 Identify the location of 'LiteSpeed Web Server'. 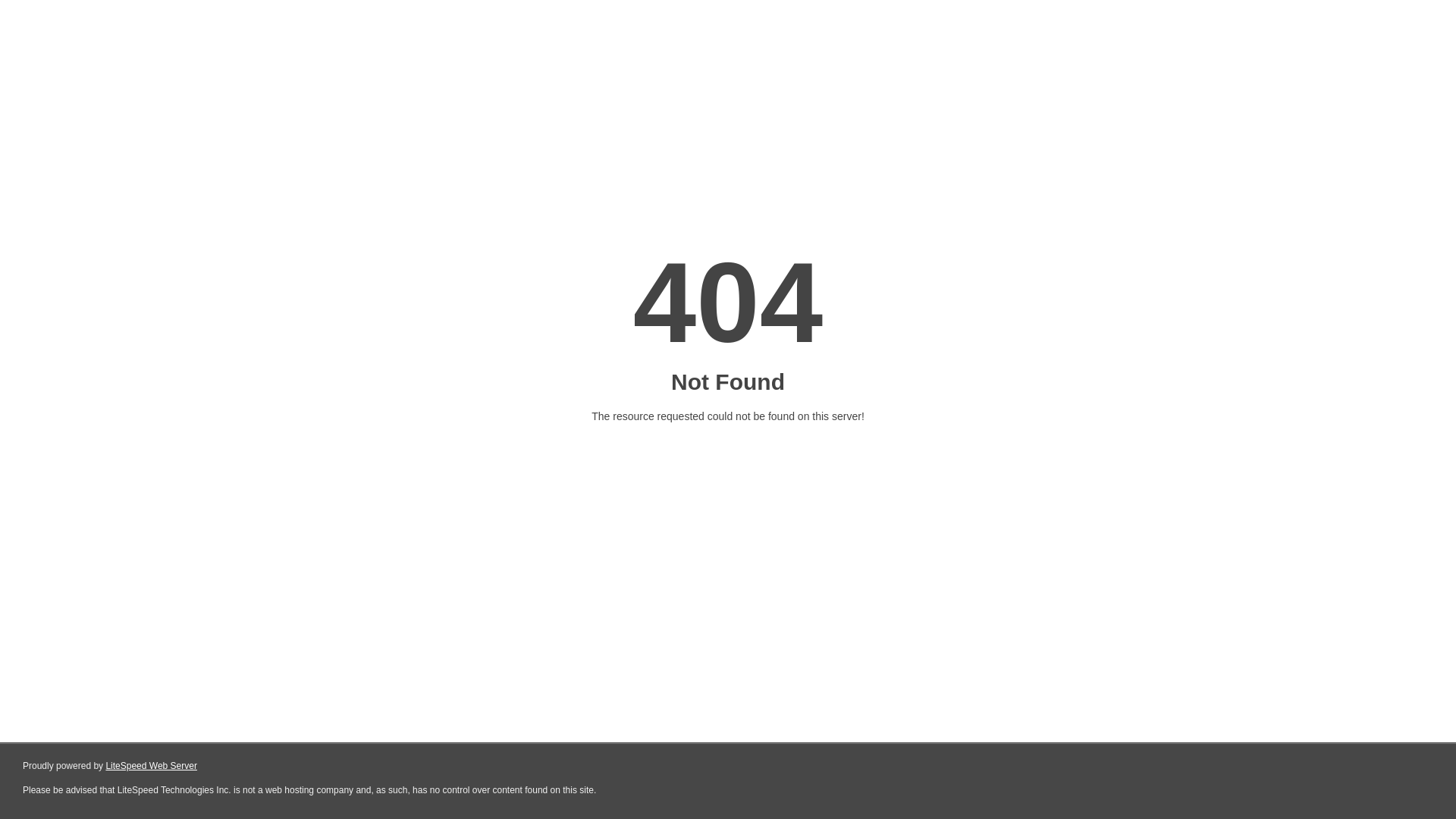
(151, 766).